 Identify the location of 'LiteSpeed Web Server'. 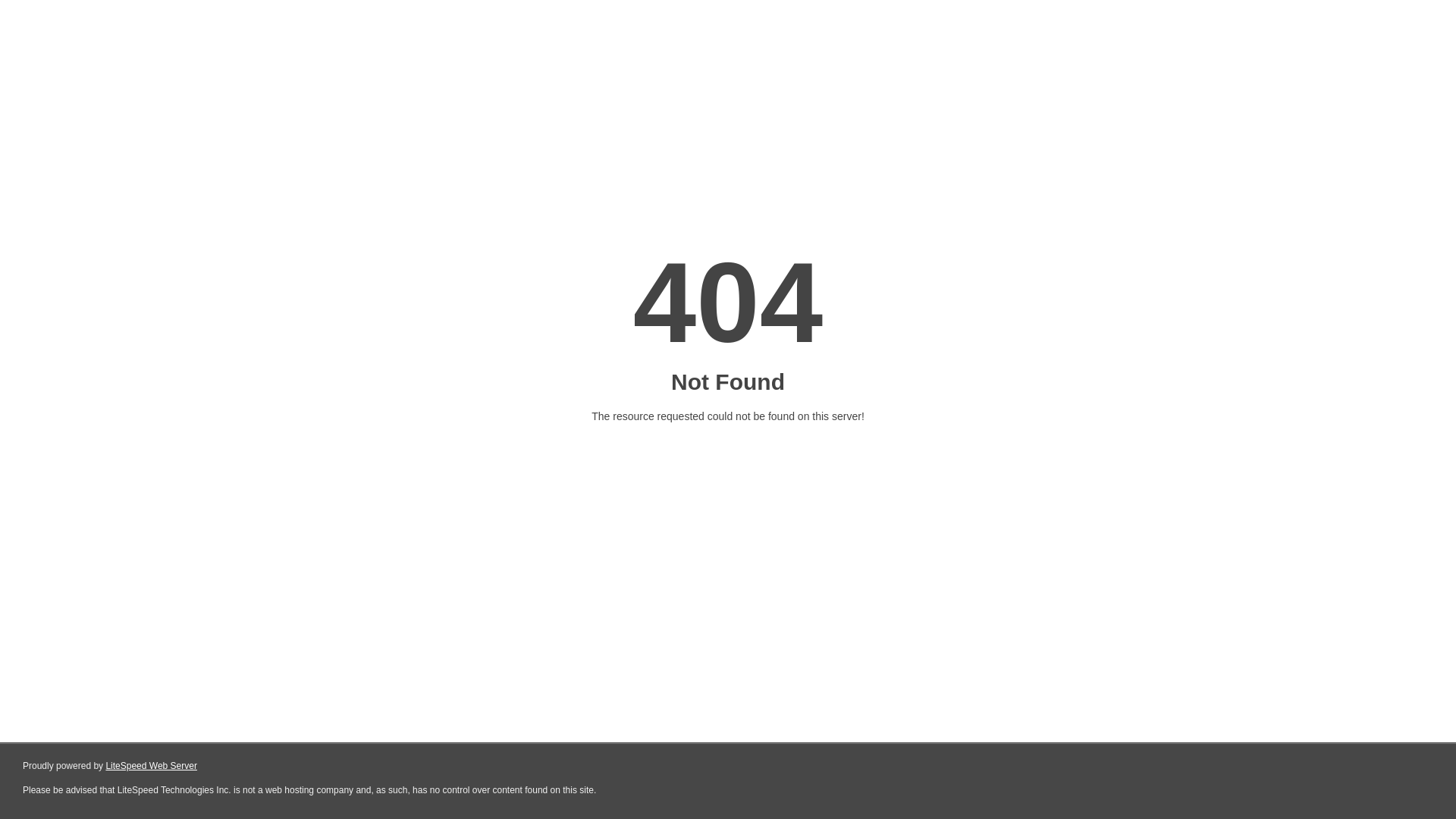
(151, 766).